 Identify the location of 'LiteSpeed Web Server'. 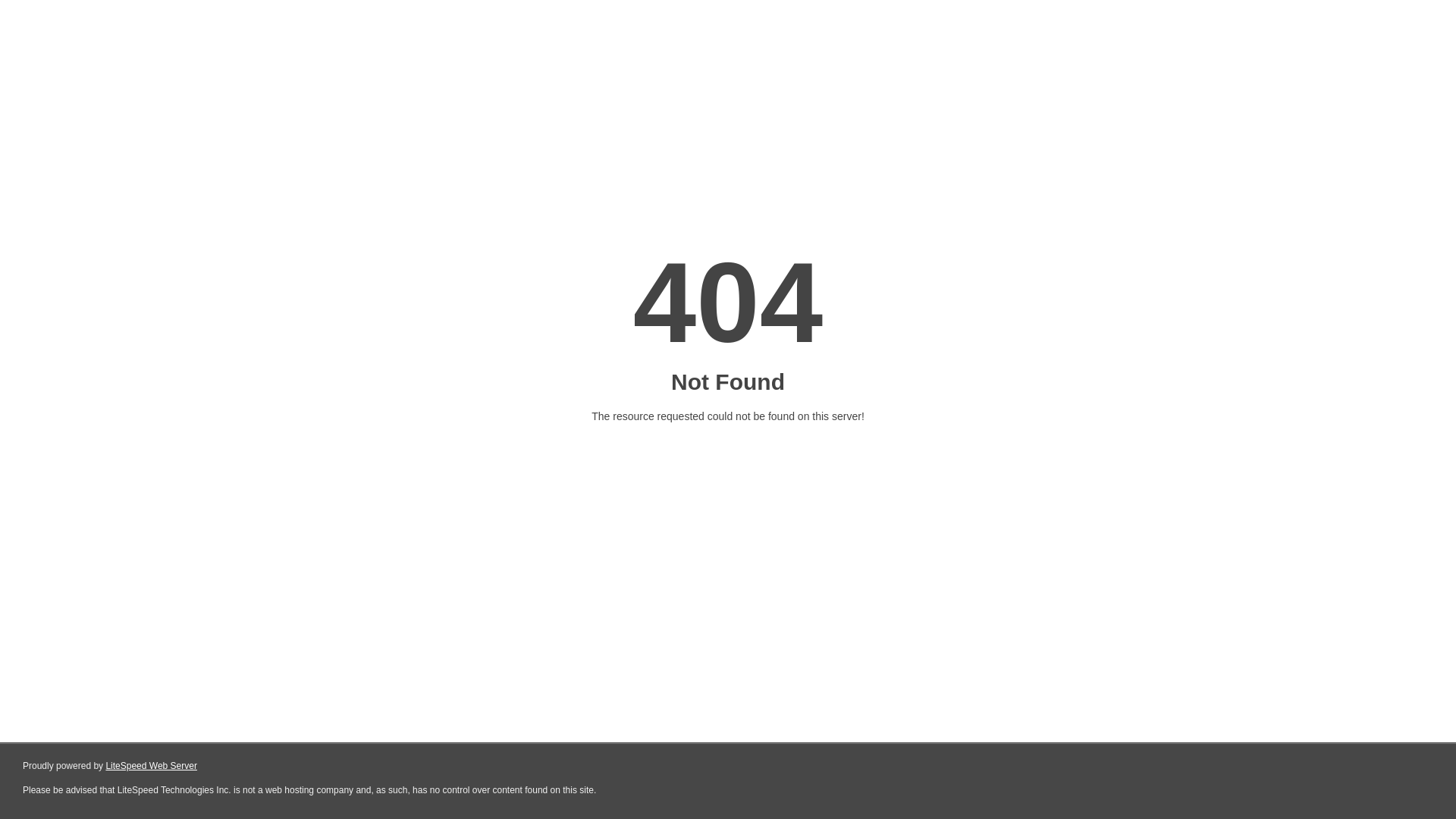
(151, 766).